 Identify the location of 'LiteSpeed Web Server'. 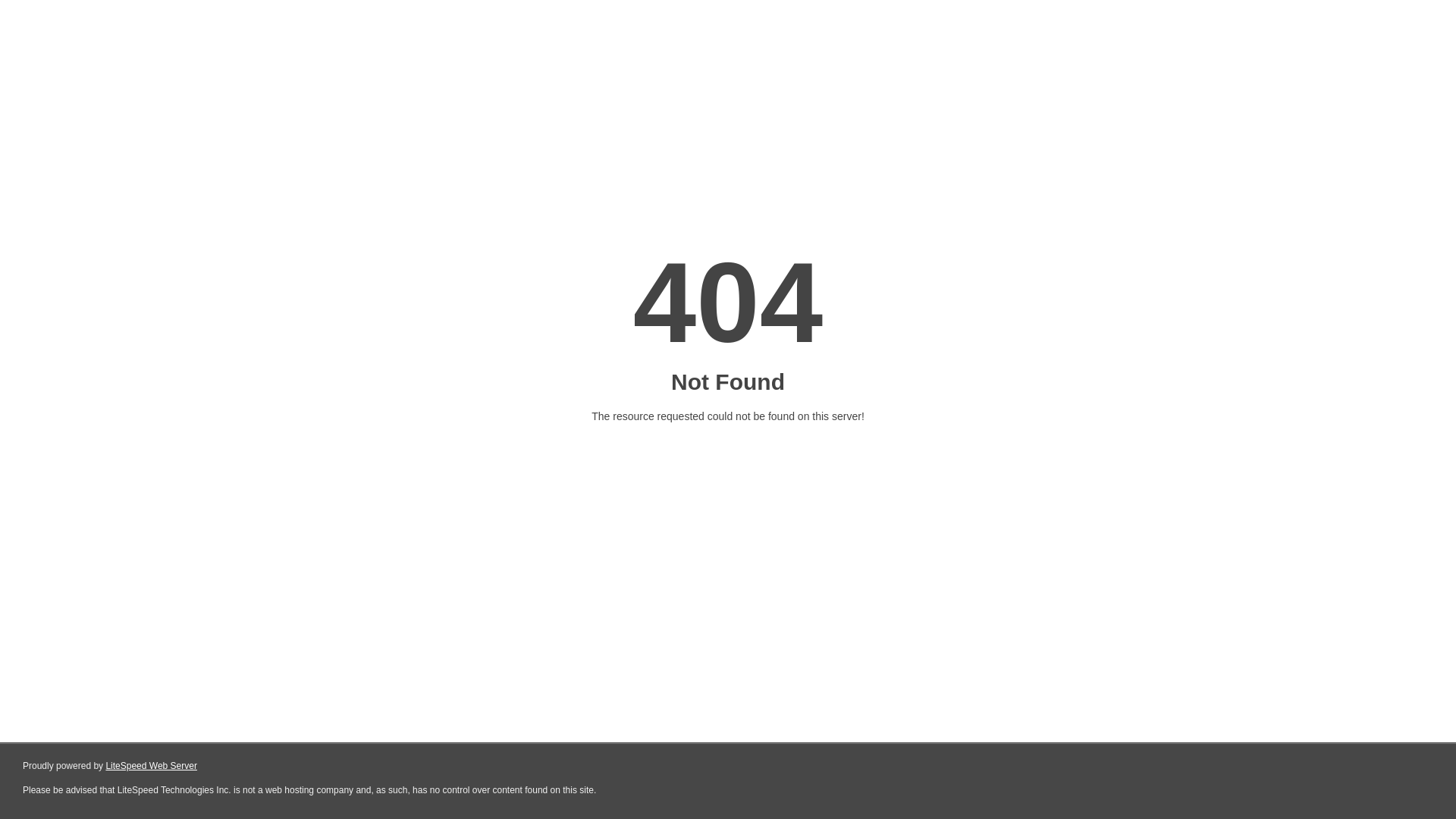
(151, 766).